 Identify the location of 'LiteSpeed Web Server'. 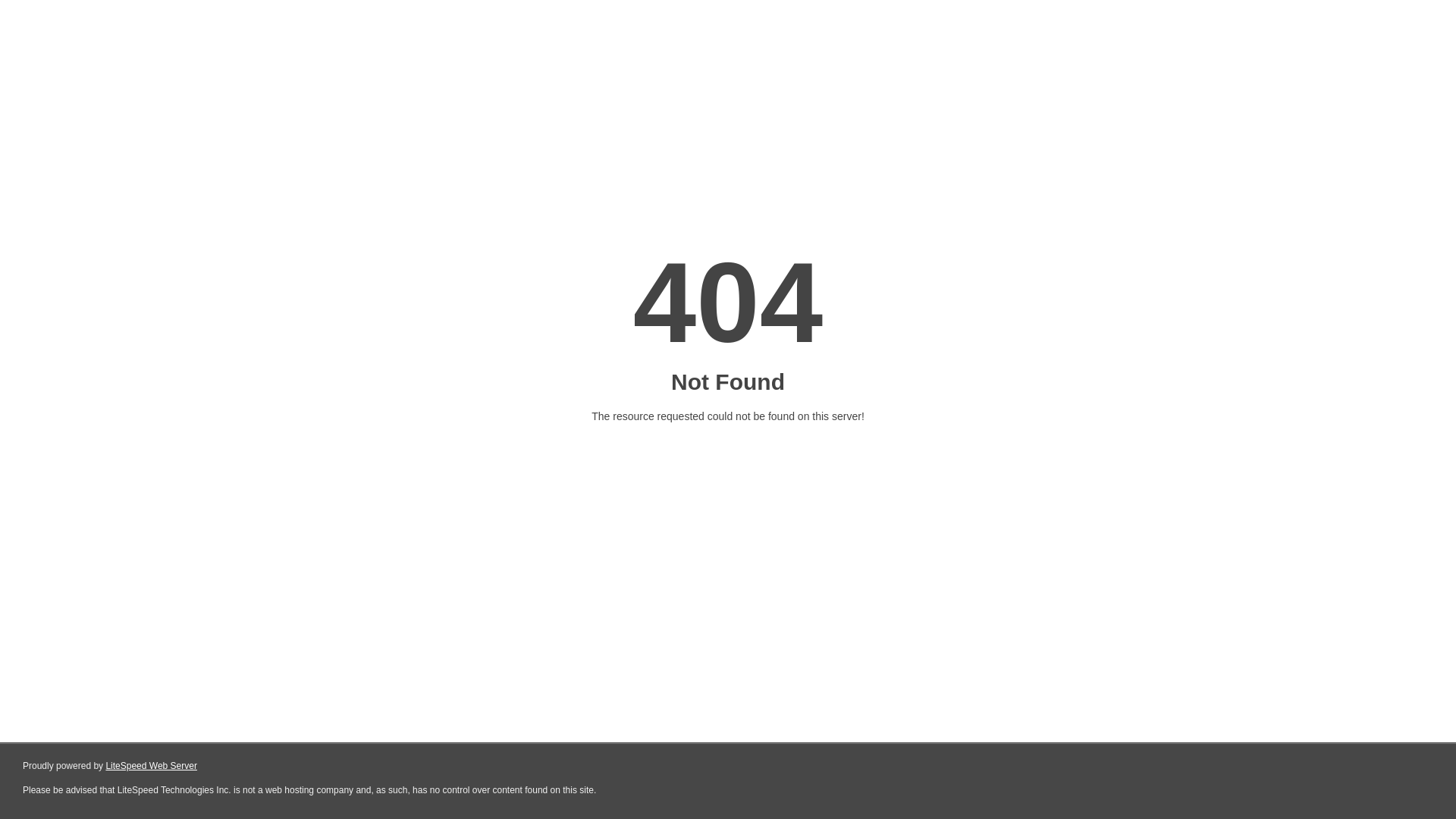
(151, 766).